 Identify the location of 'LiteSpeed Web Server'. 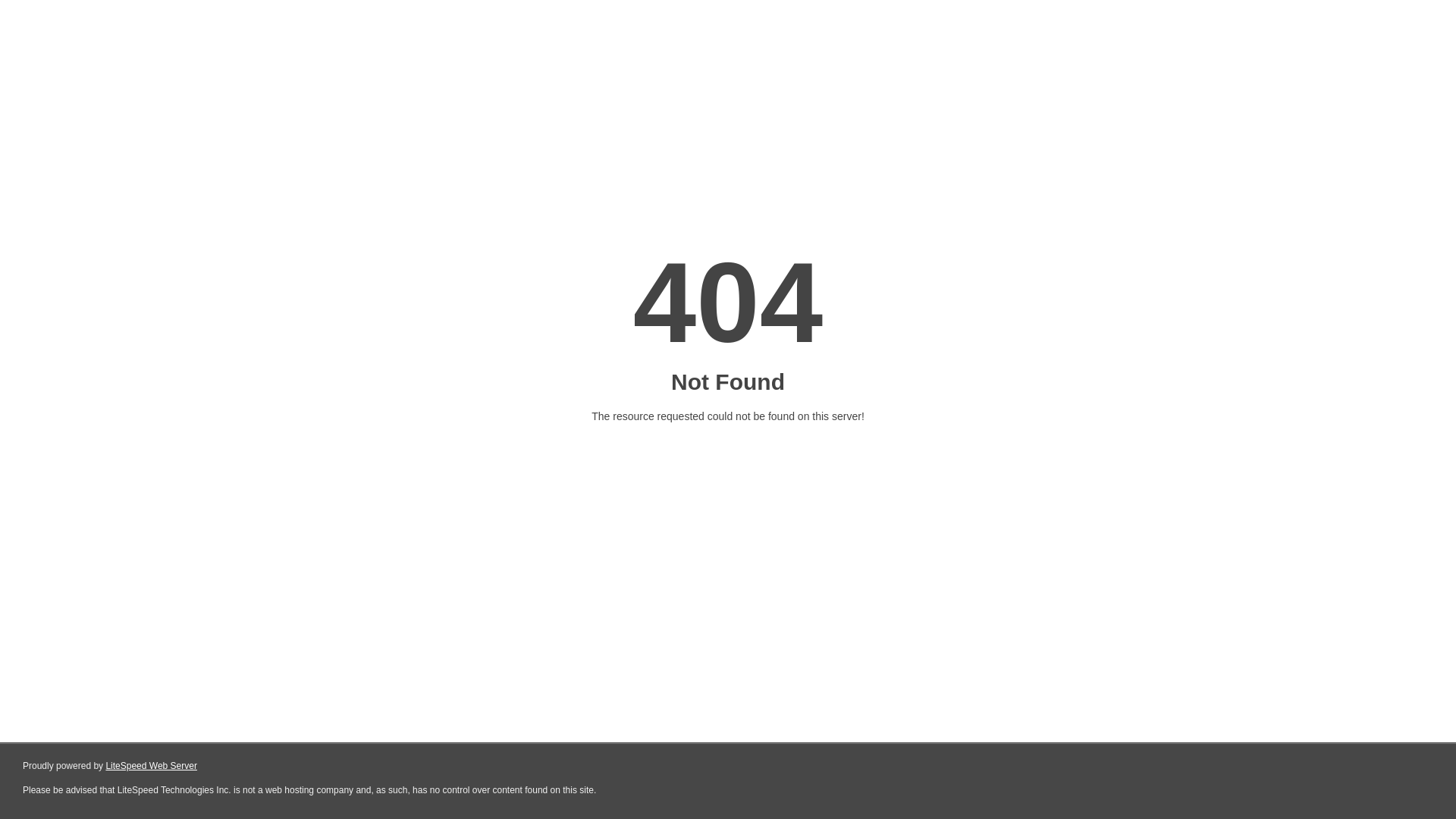
(151, 766).